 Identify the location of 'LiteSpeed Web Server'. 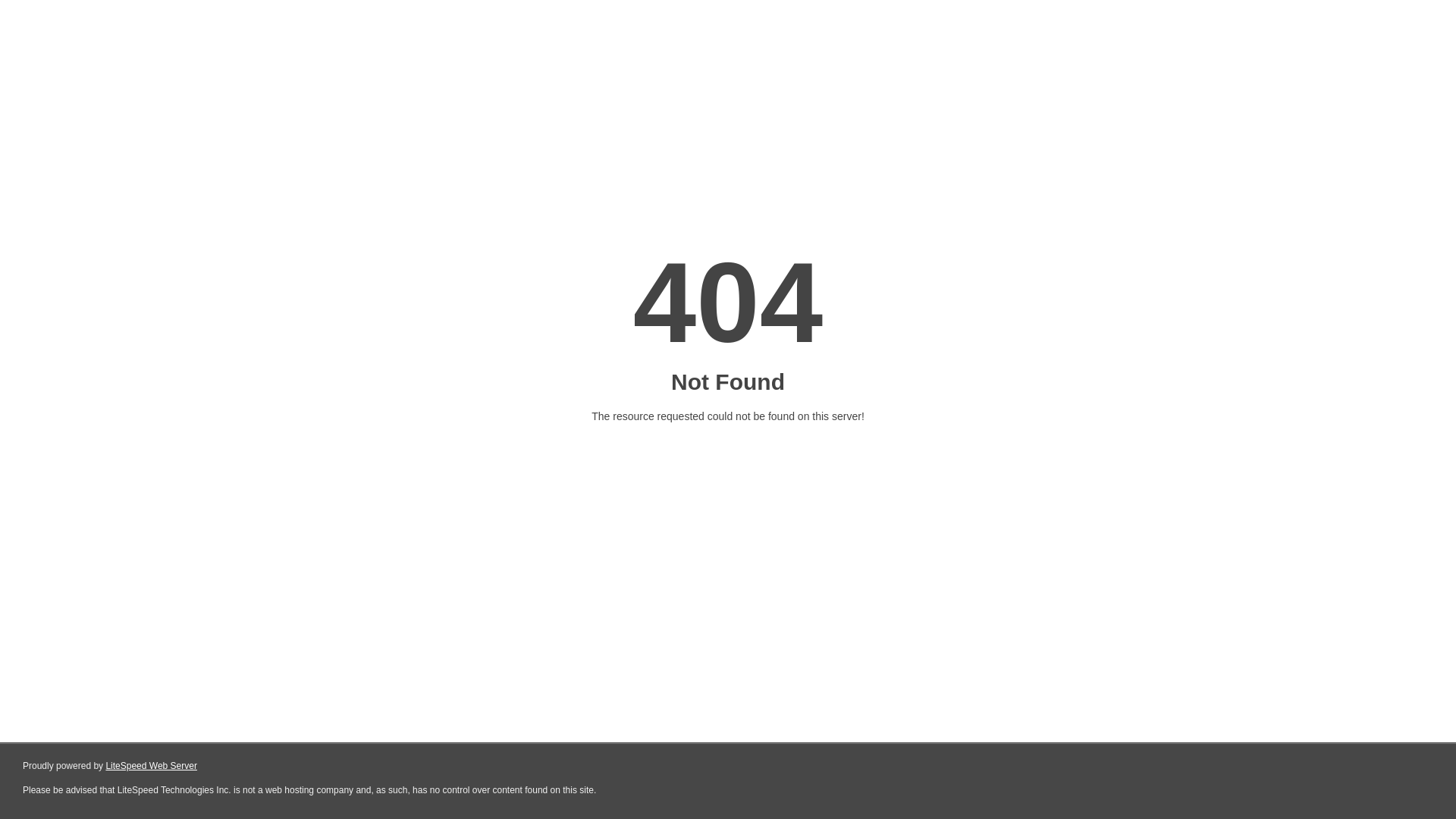
(151, 766).